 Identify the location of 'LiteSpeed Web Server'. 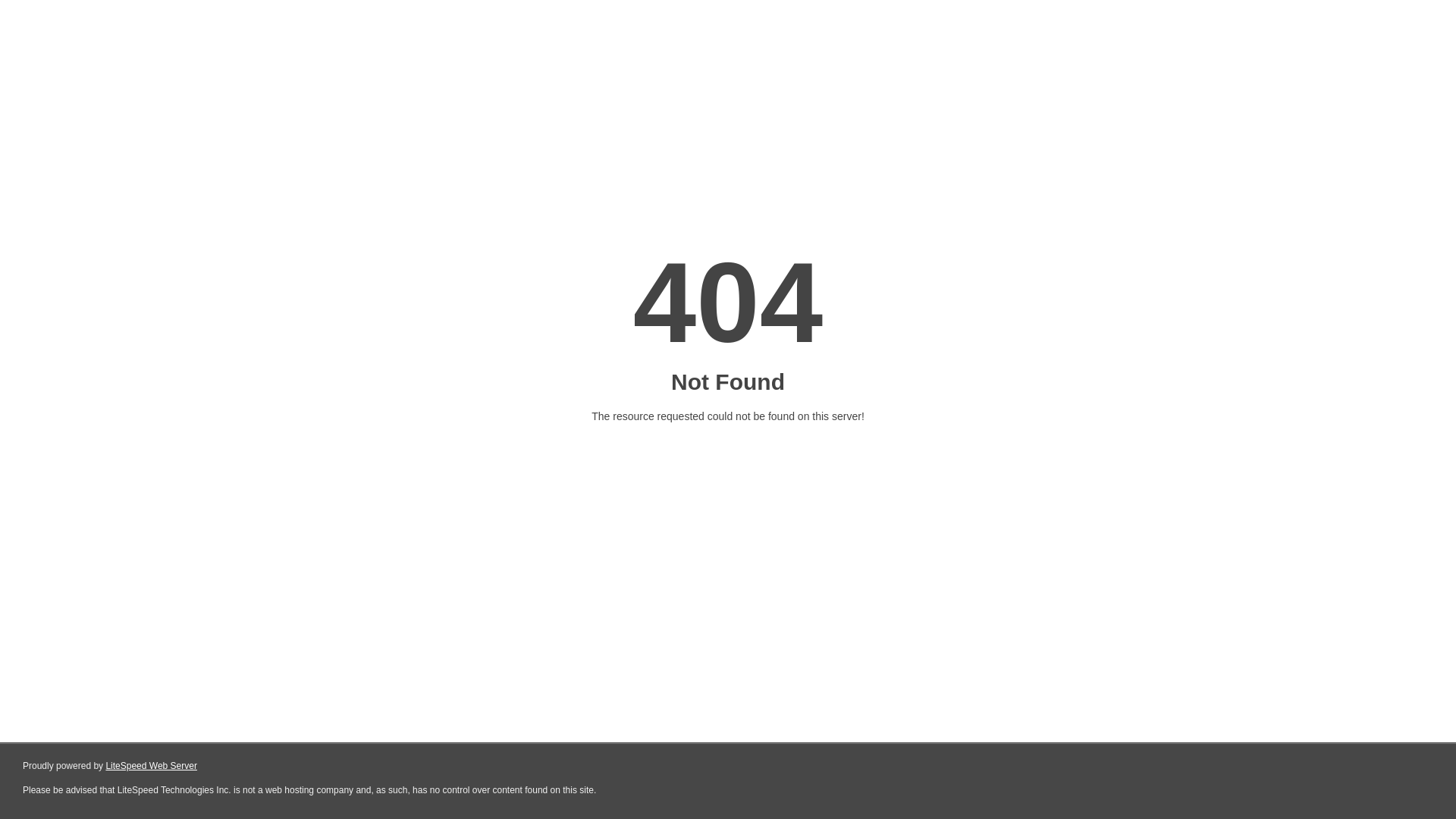
(151, 766).